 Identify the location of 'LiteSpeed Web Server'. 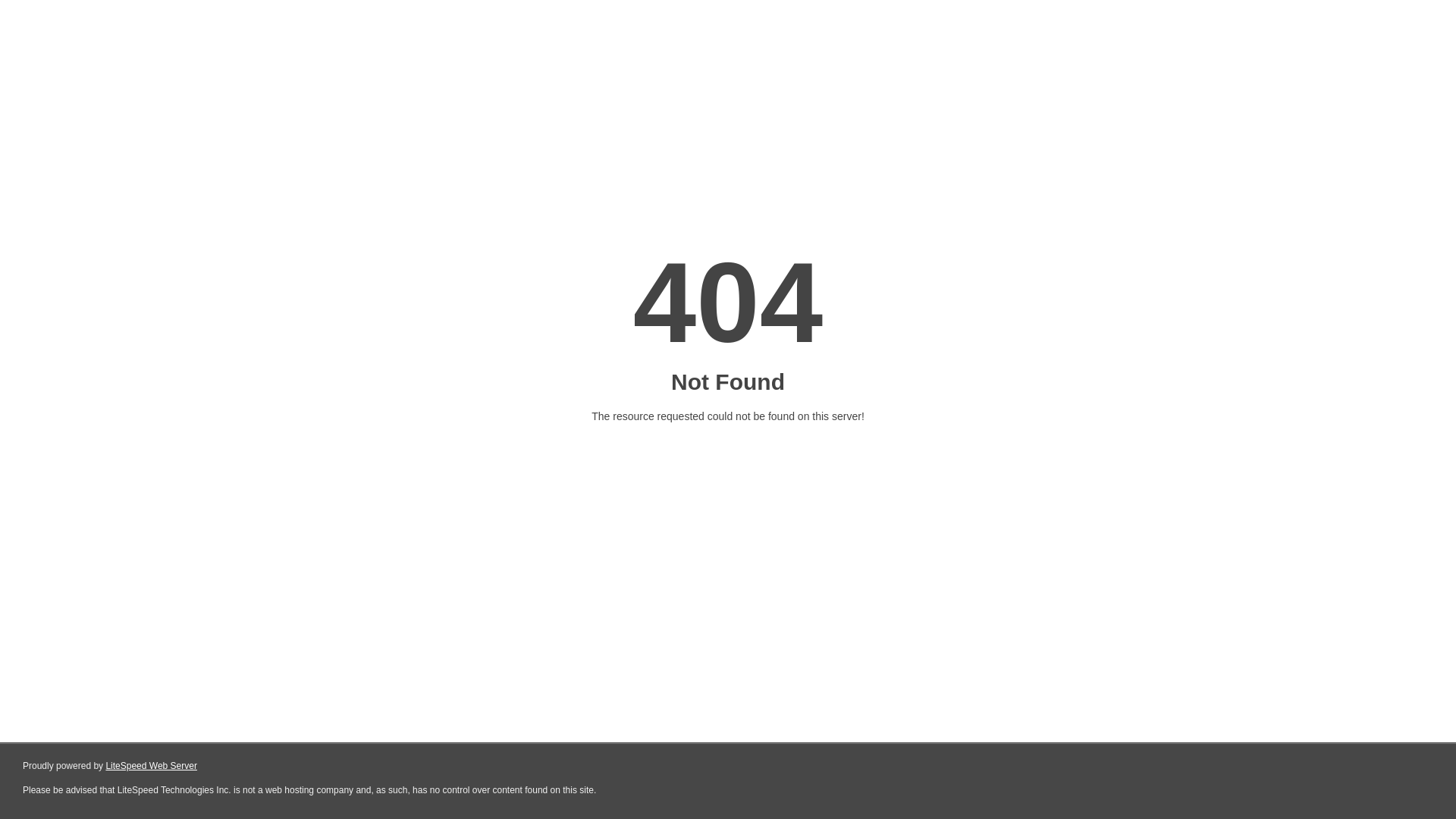
(151, 766).